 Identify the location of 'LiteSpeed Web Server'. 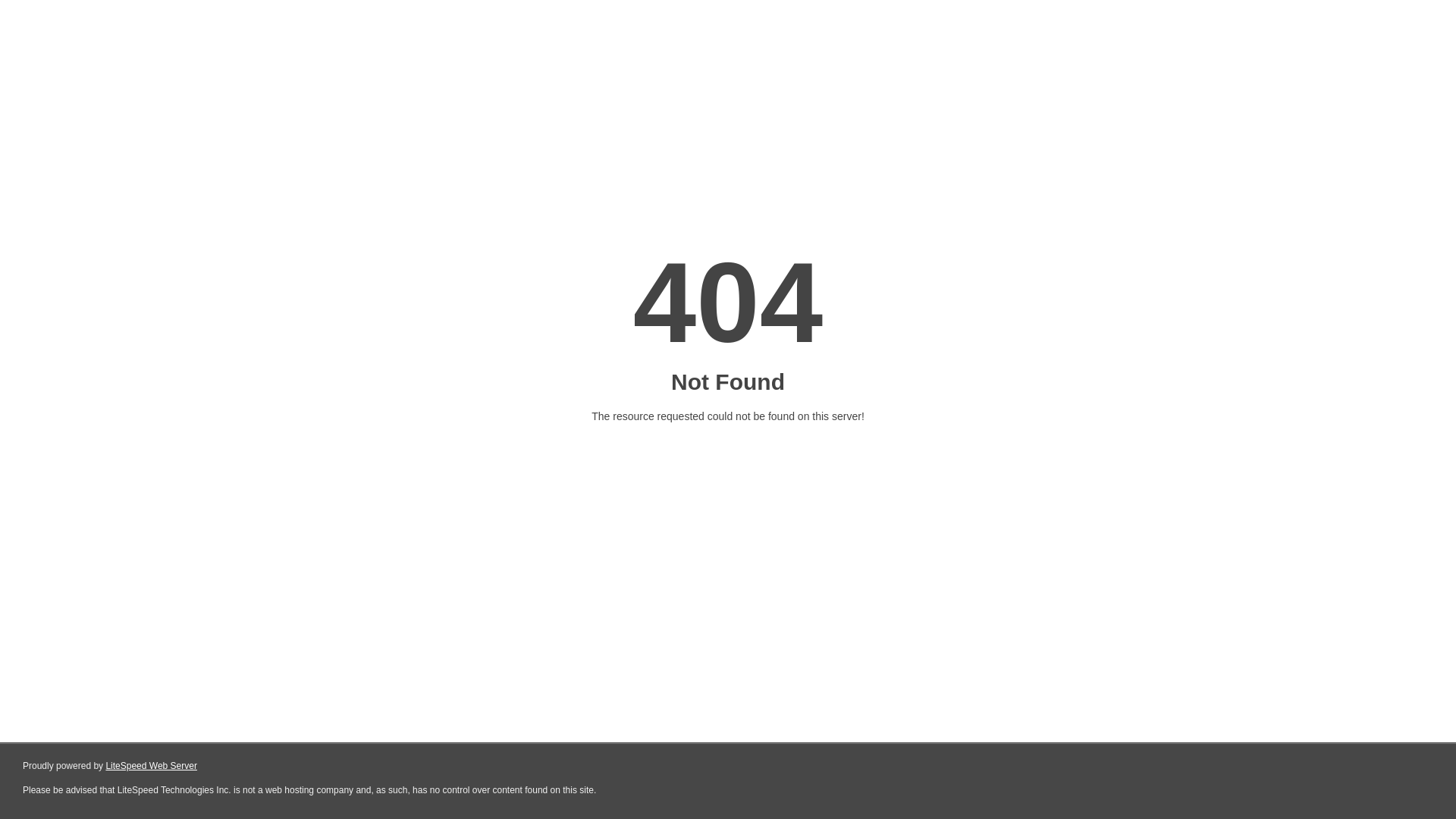
(151, 766).